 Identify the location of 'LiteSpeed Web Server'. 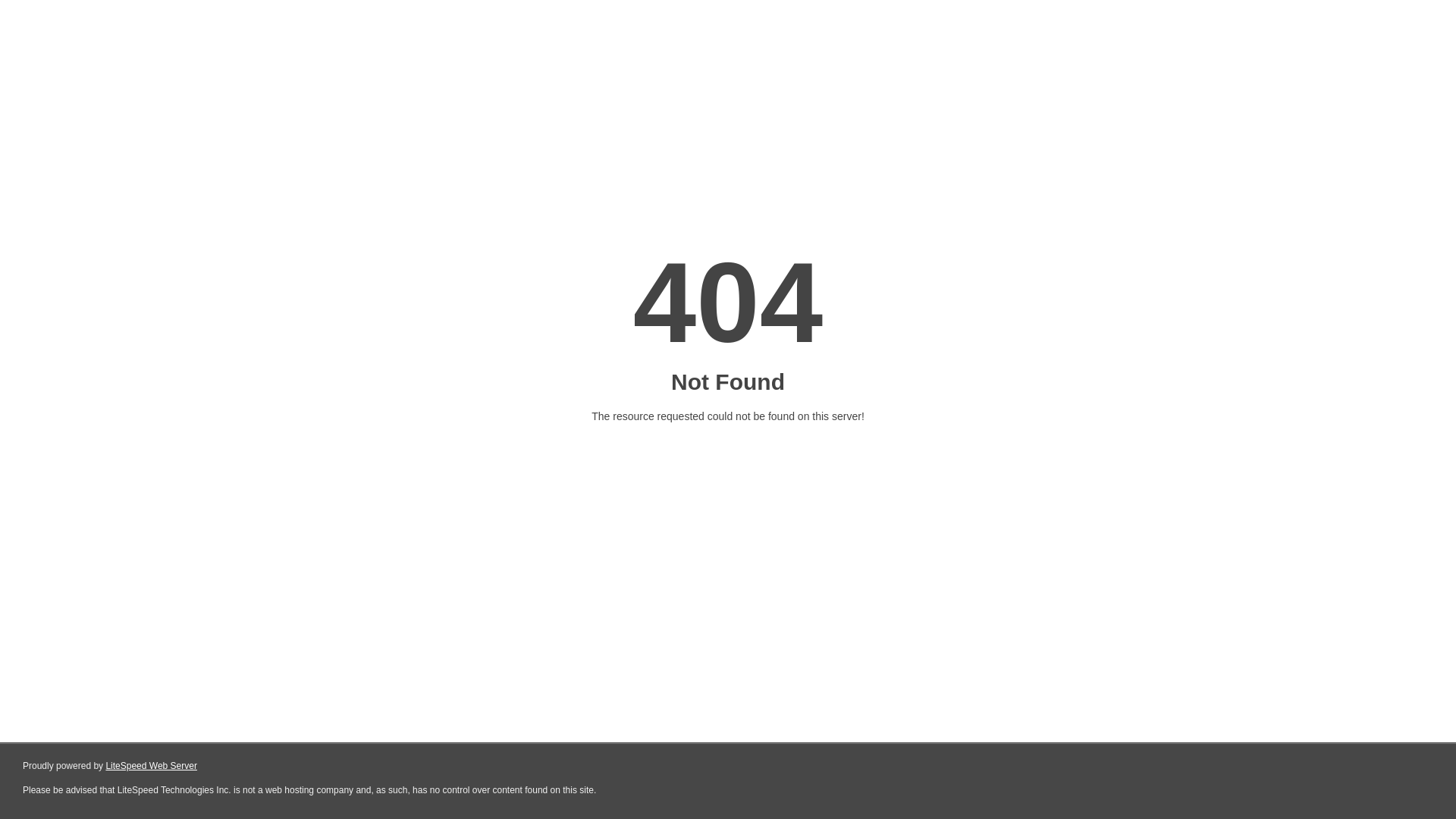
(151, 766).